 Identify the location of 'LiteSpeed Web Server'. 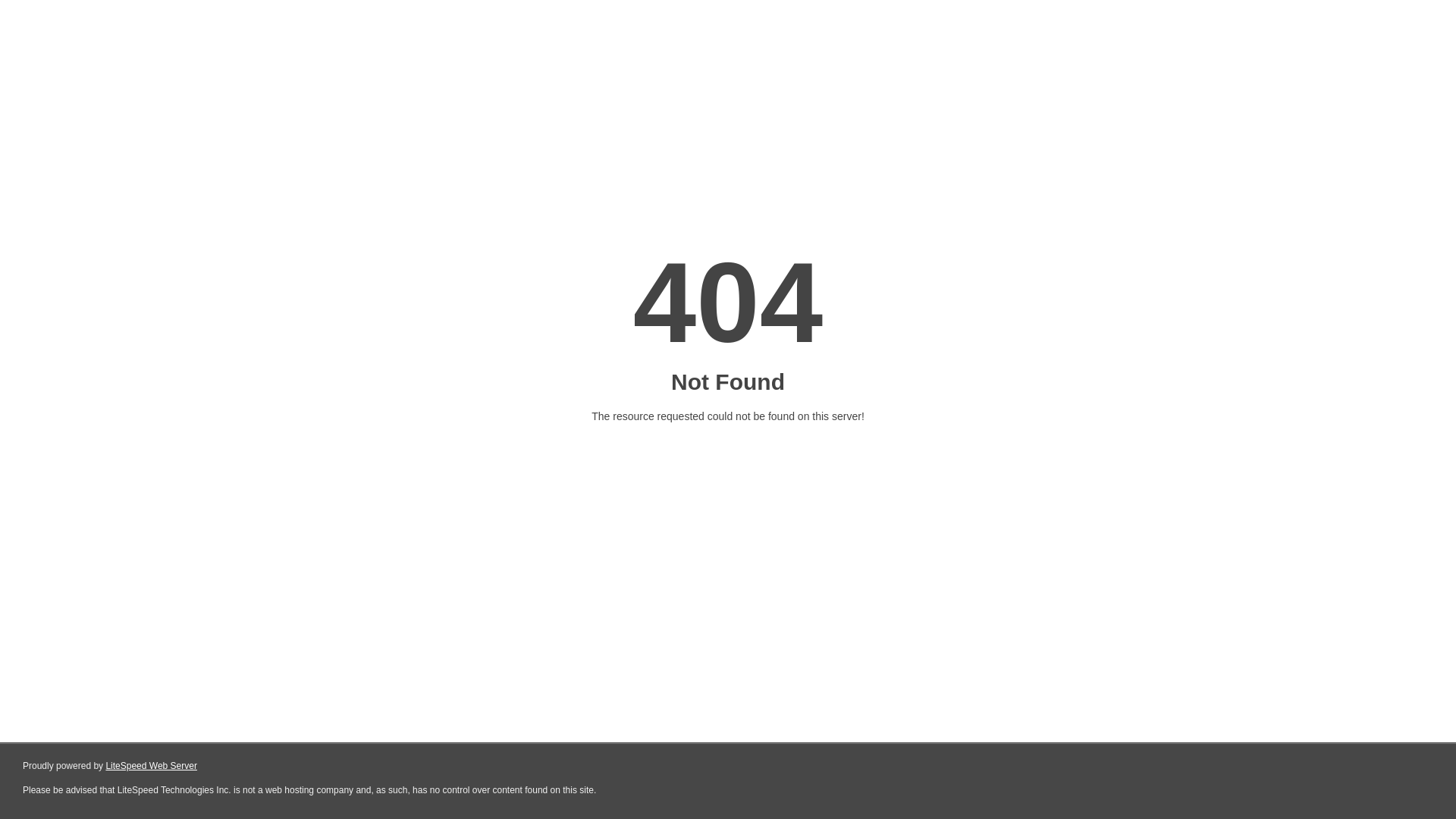
(151, 766).